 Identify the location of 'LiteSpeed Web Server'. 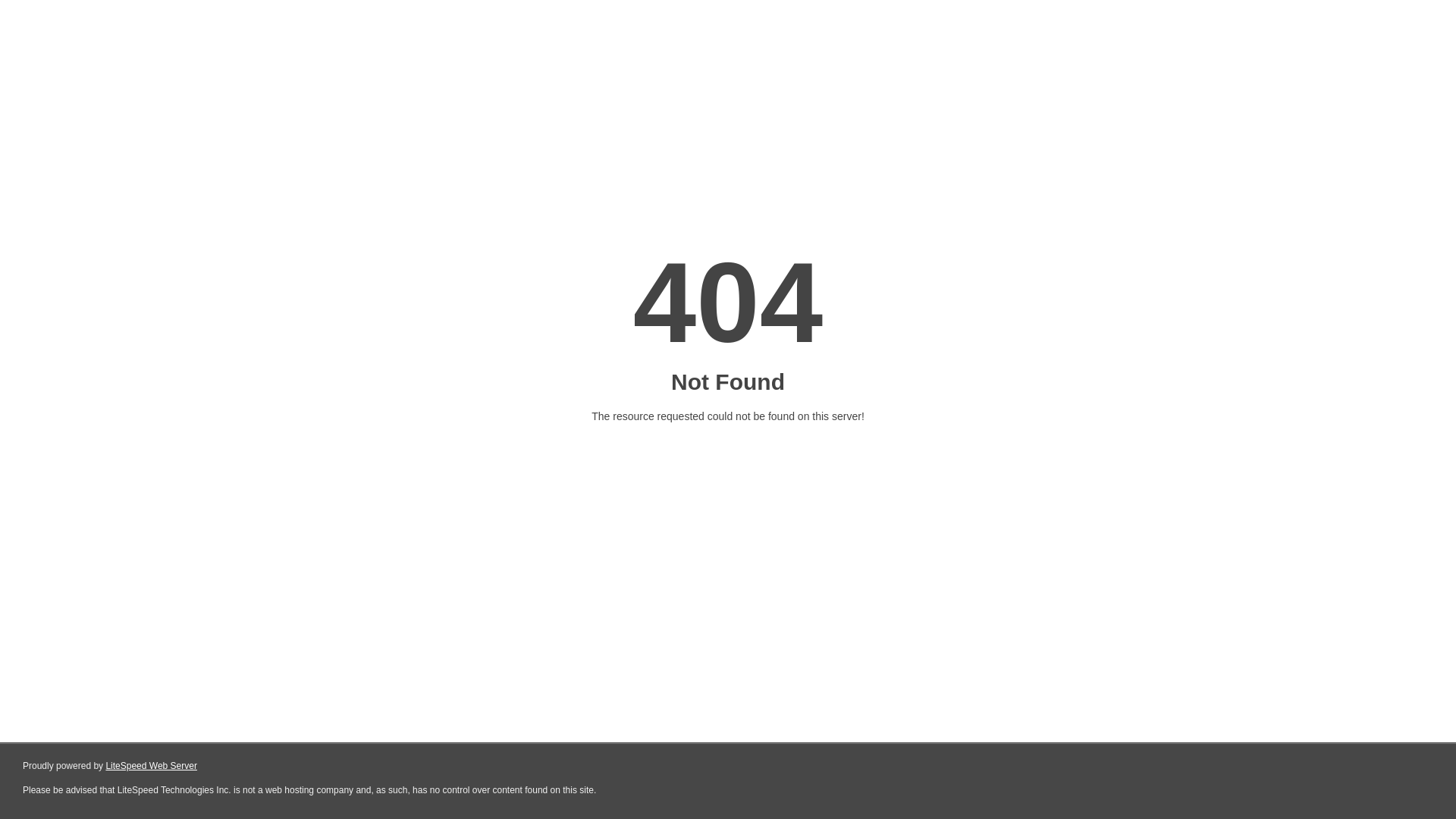
(151, 766).